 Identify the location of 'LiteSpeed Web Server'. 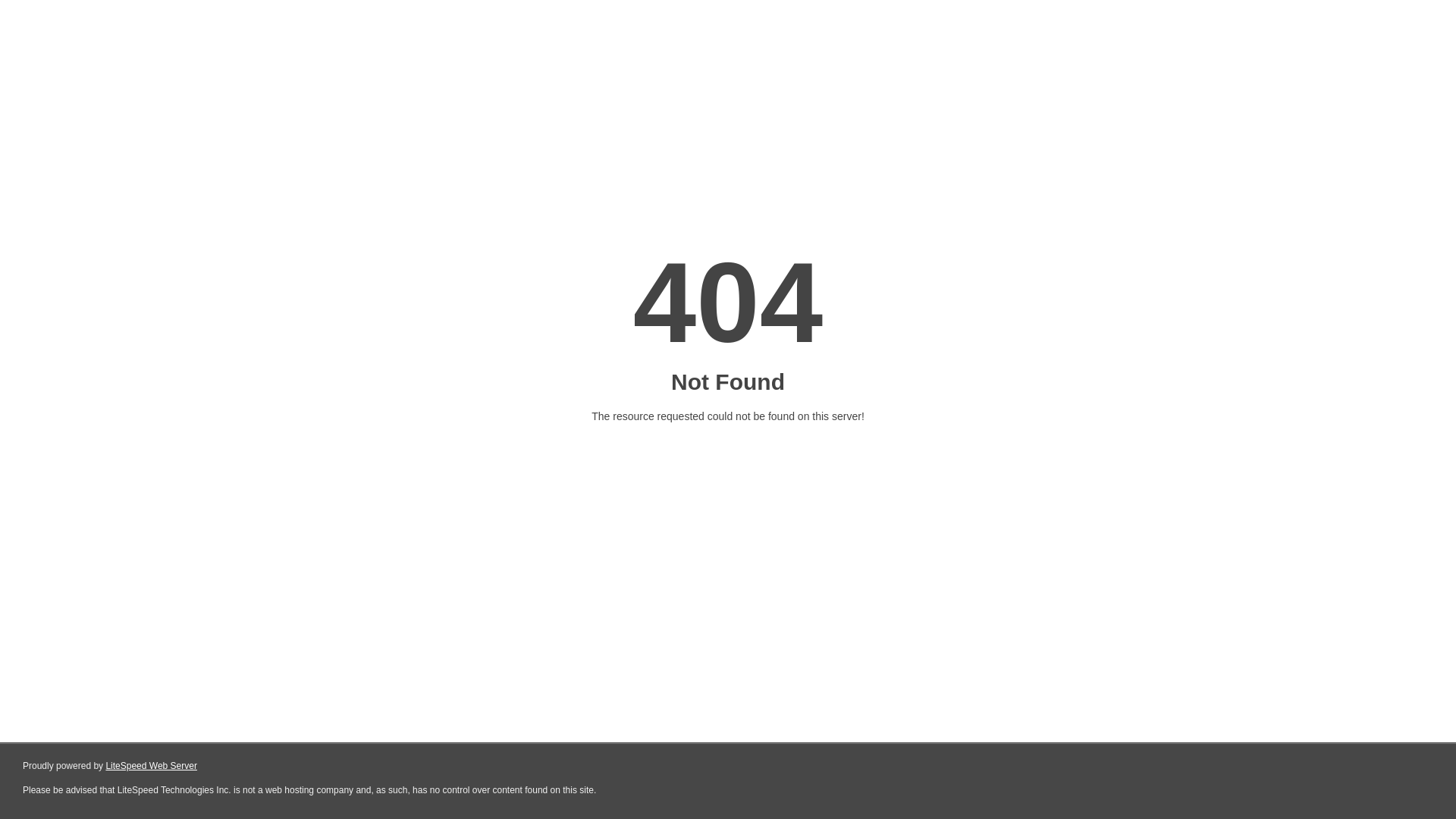
(151, 766).